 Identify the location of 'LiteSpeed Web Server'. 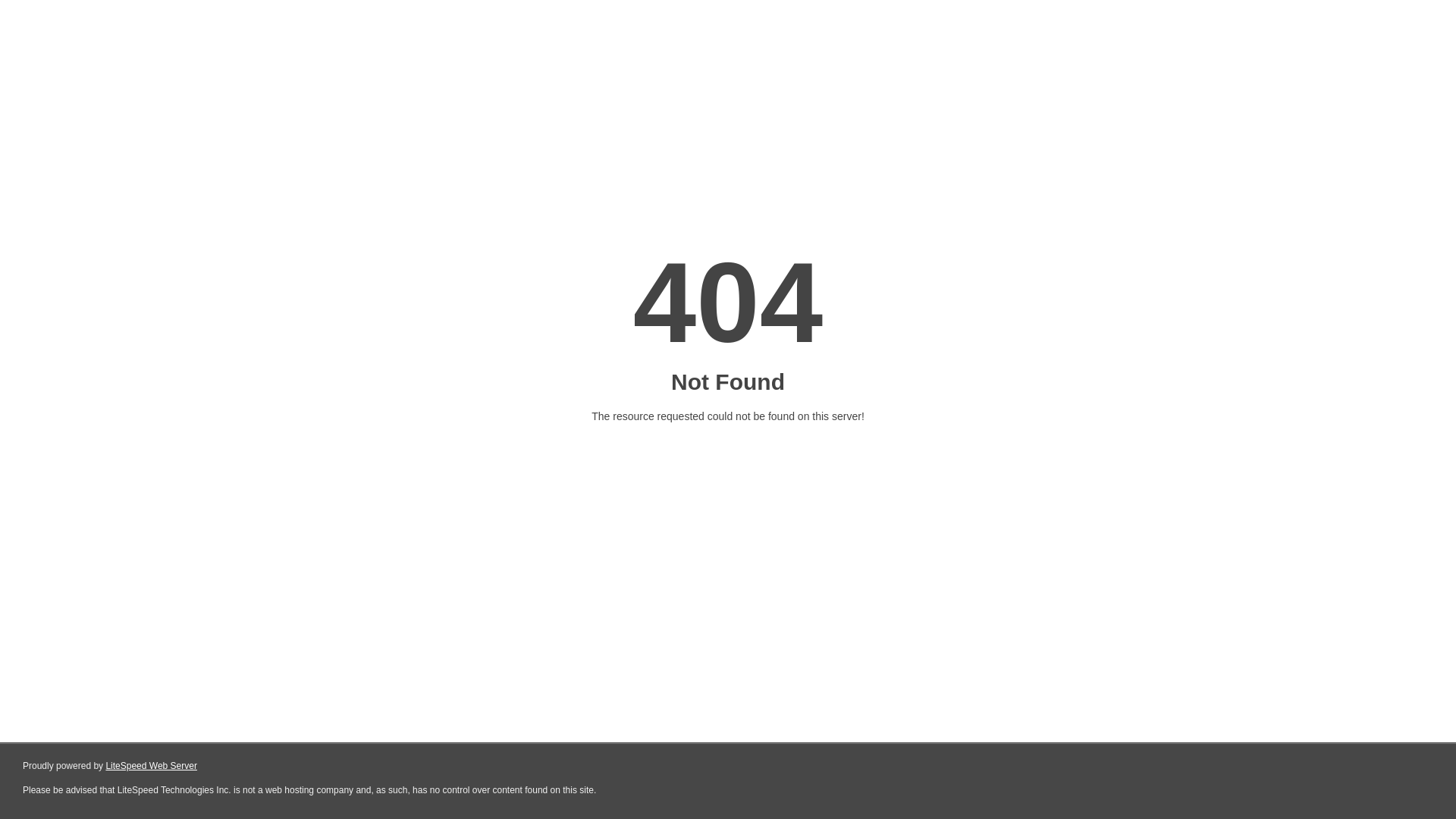
(151, 766).